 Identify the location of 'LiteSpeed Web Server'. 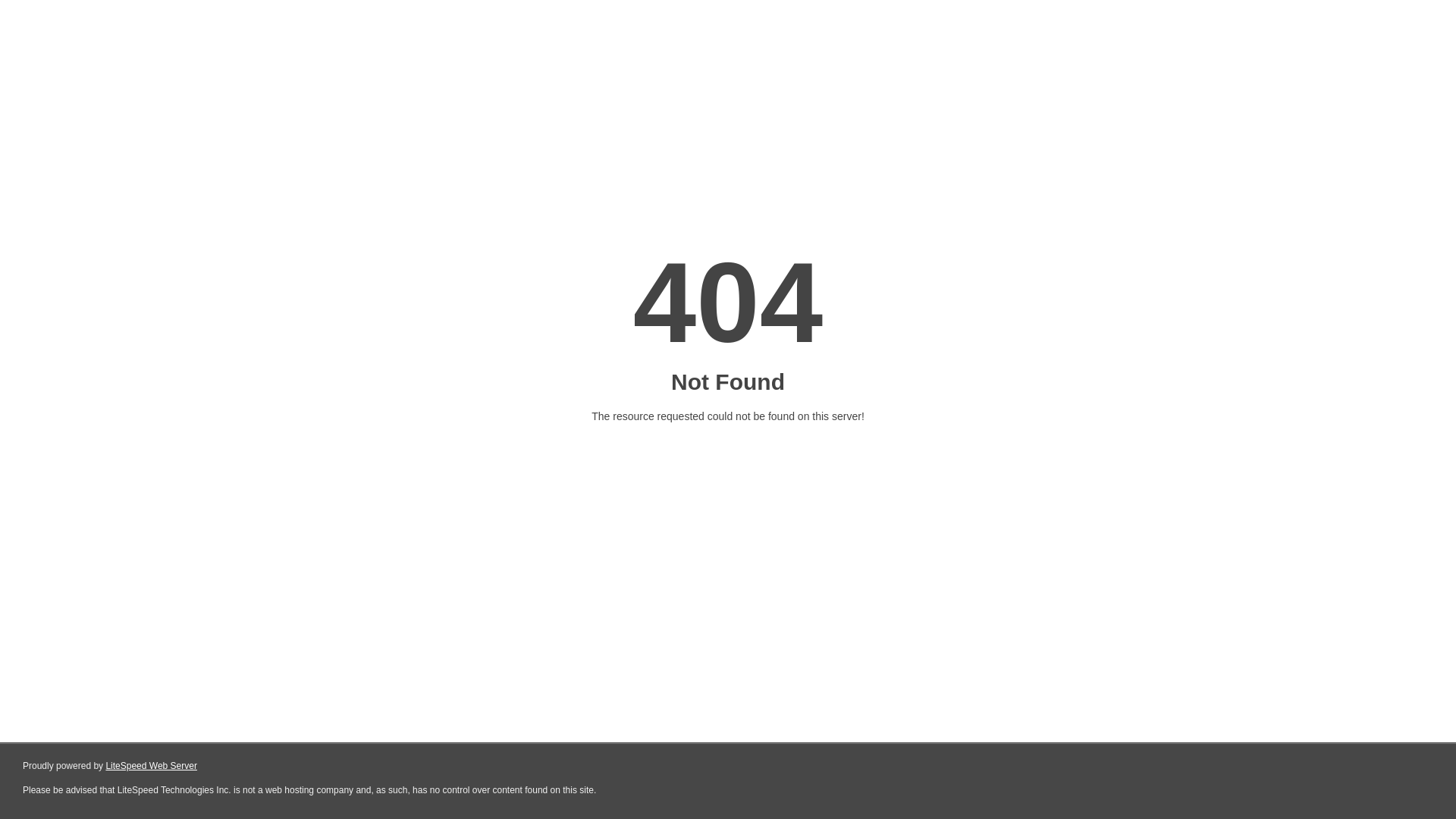
(151, 766).